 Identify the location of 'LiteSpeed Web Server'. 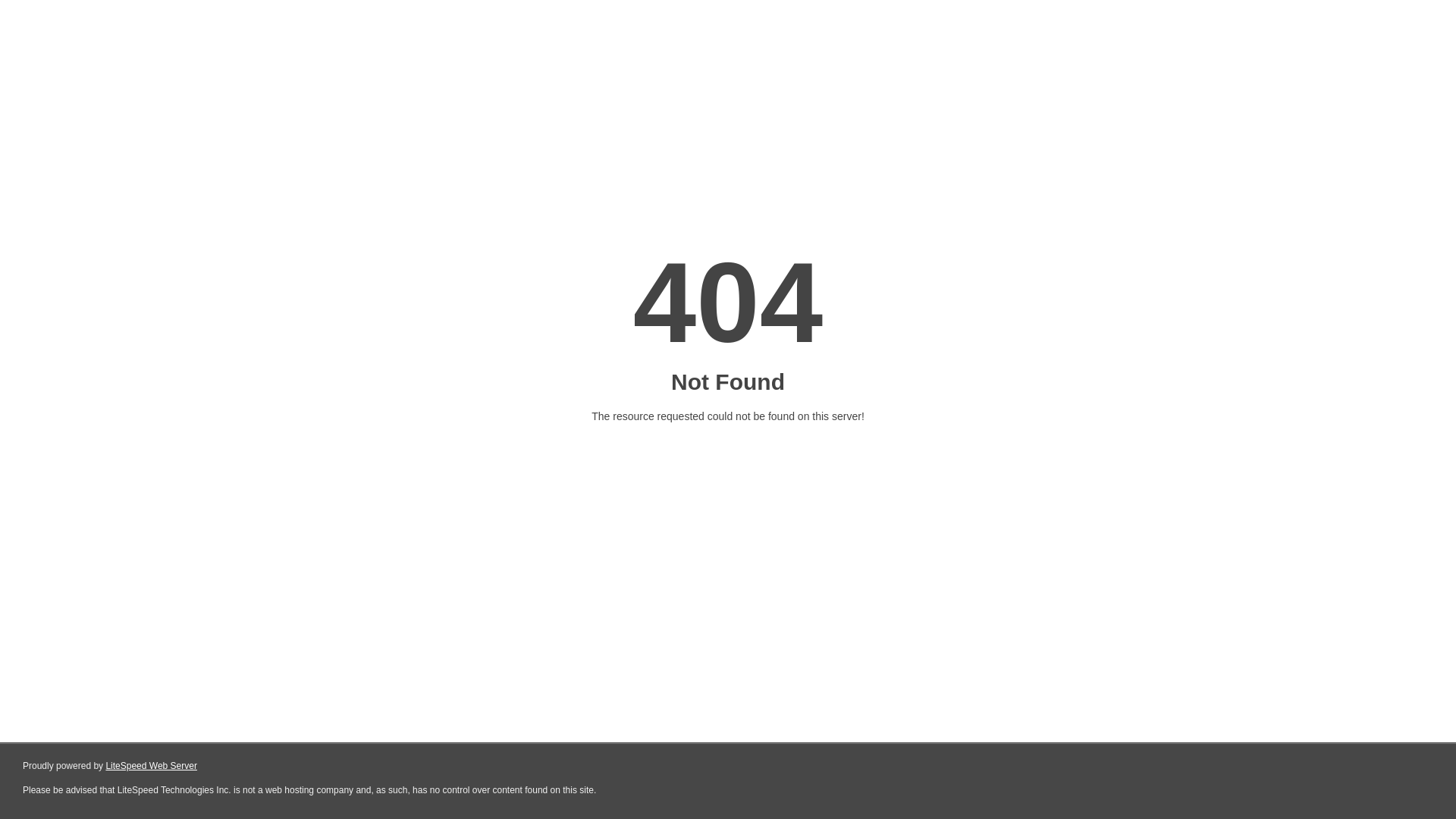
(151, 766).